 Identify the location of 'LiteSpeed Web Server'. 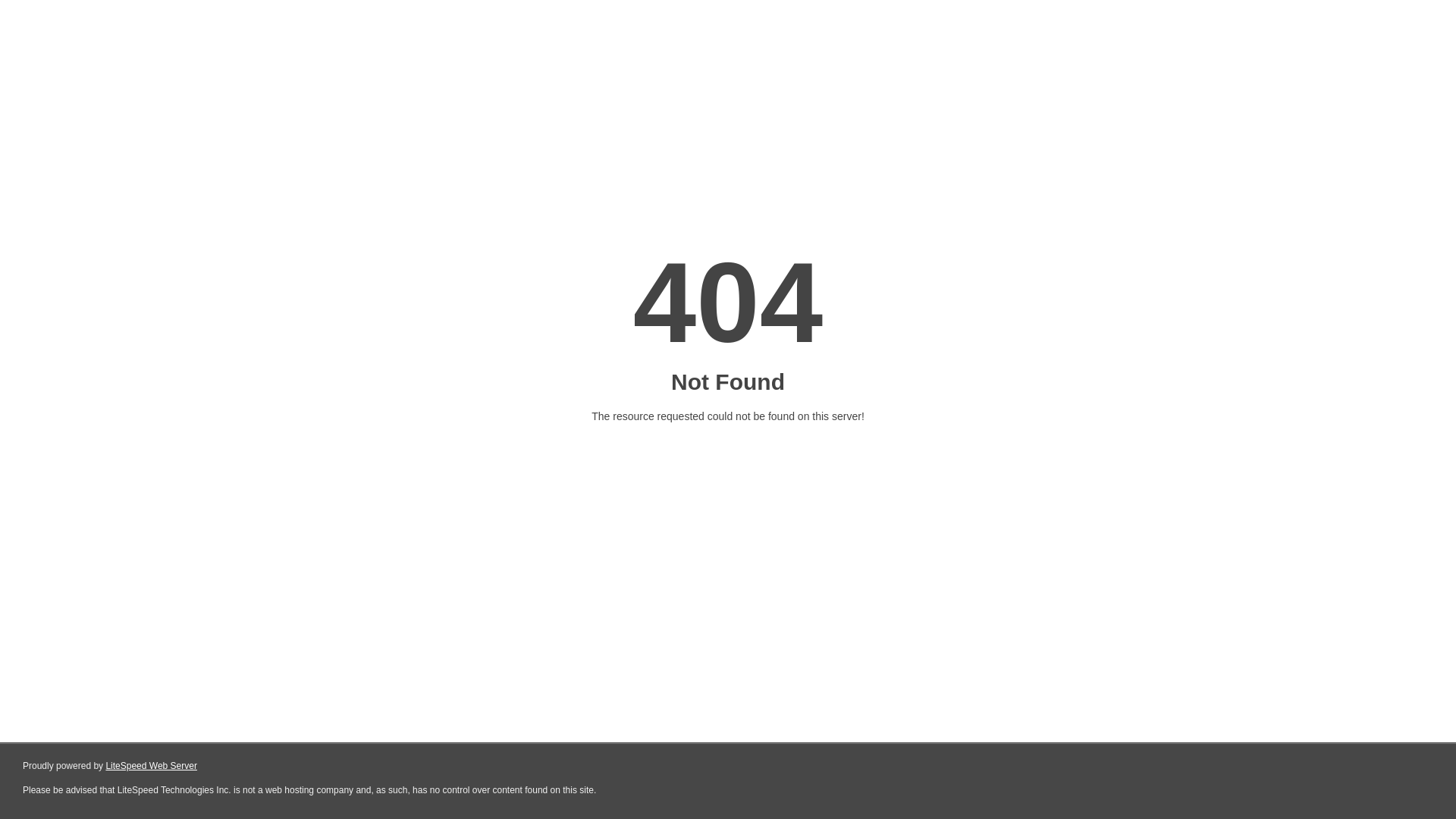
(151, 766).